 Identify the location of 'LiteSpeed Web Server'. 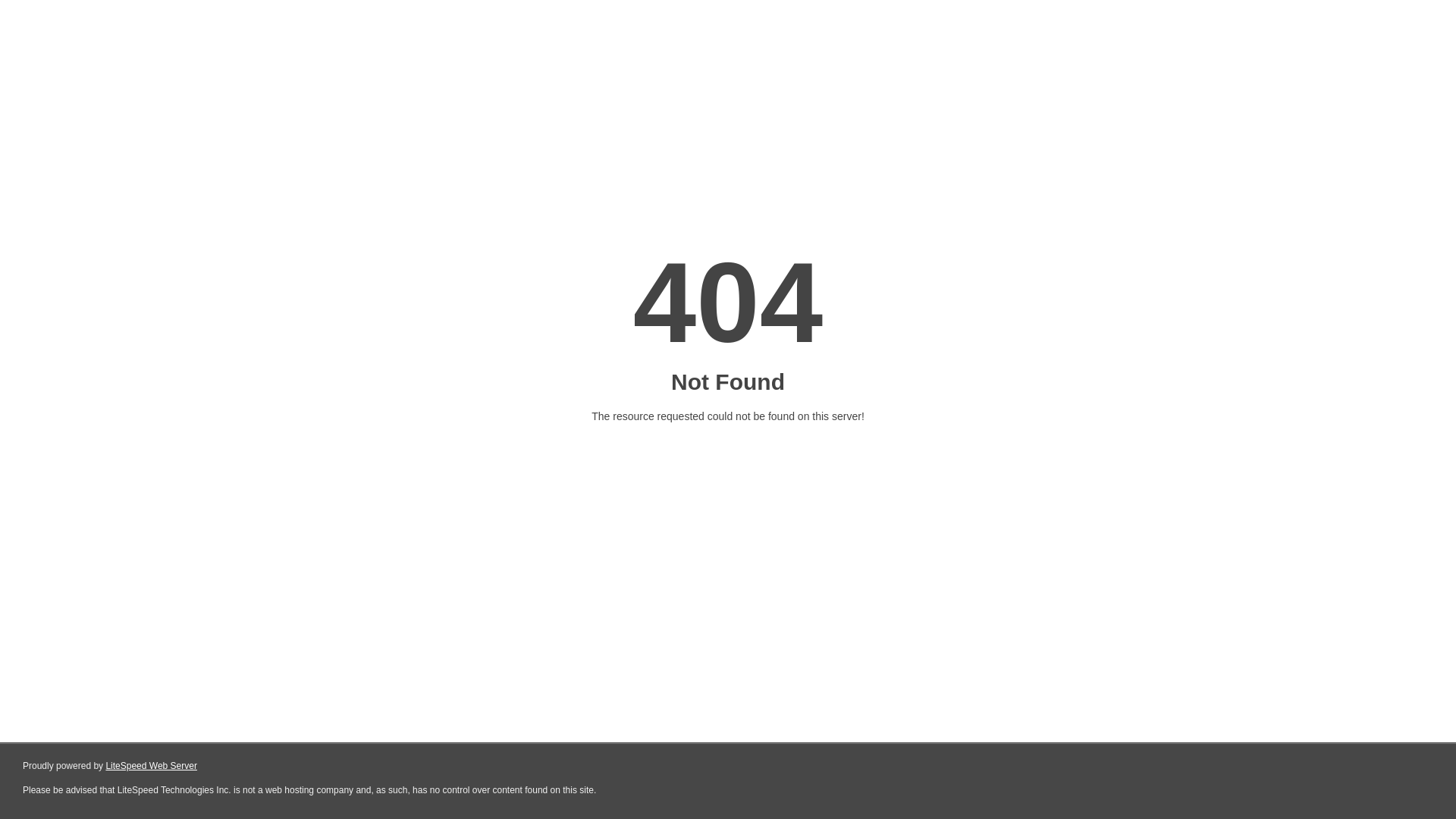
(151, 766).